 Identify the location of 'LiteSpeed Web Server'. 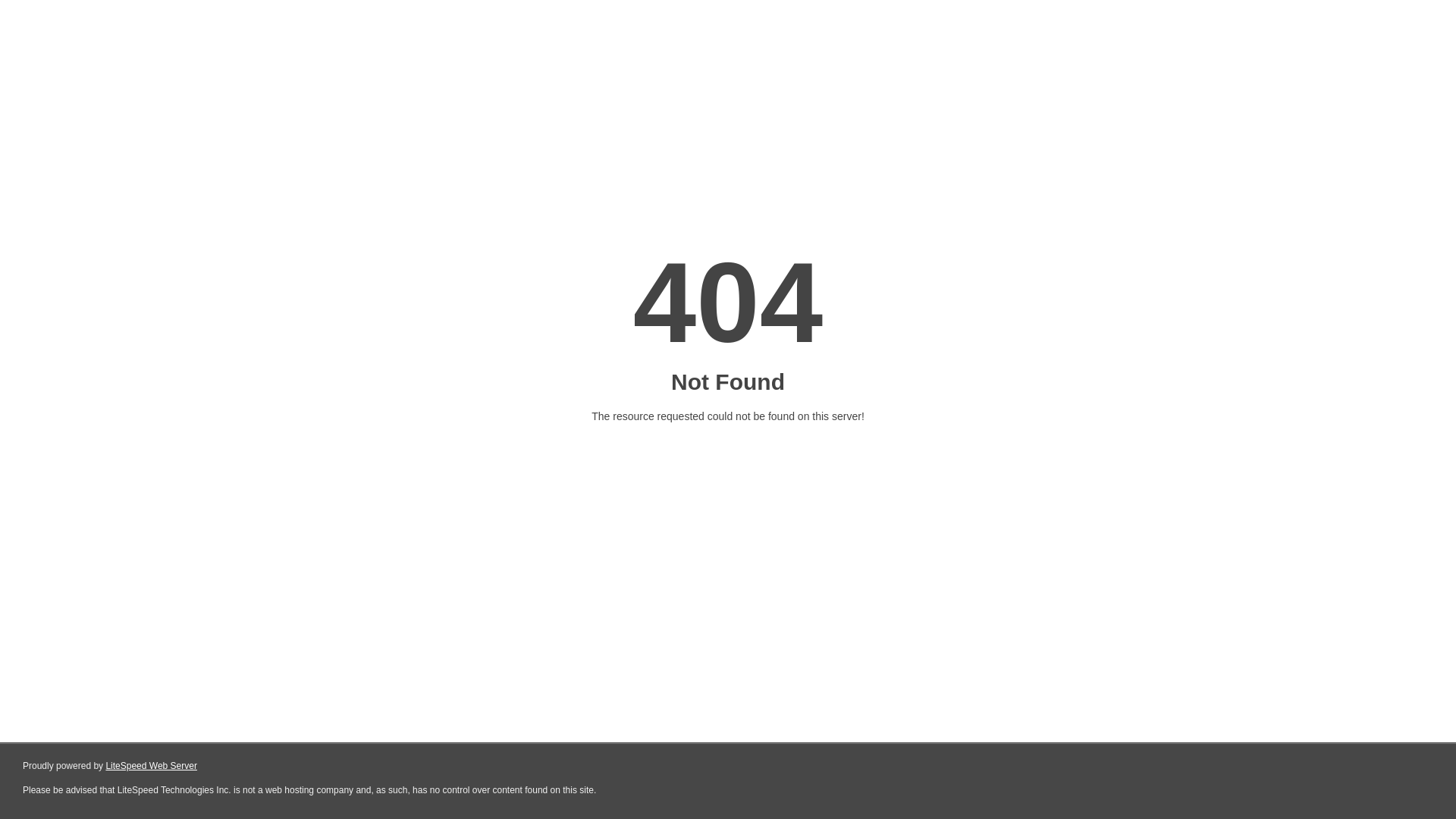
(151, 766).